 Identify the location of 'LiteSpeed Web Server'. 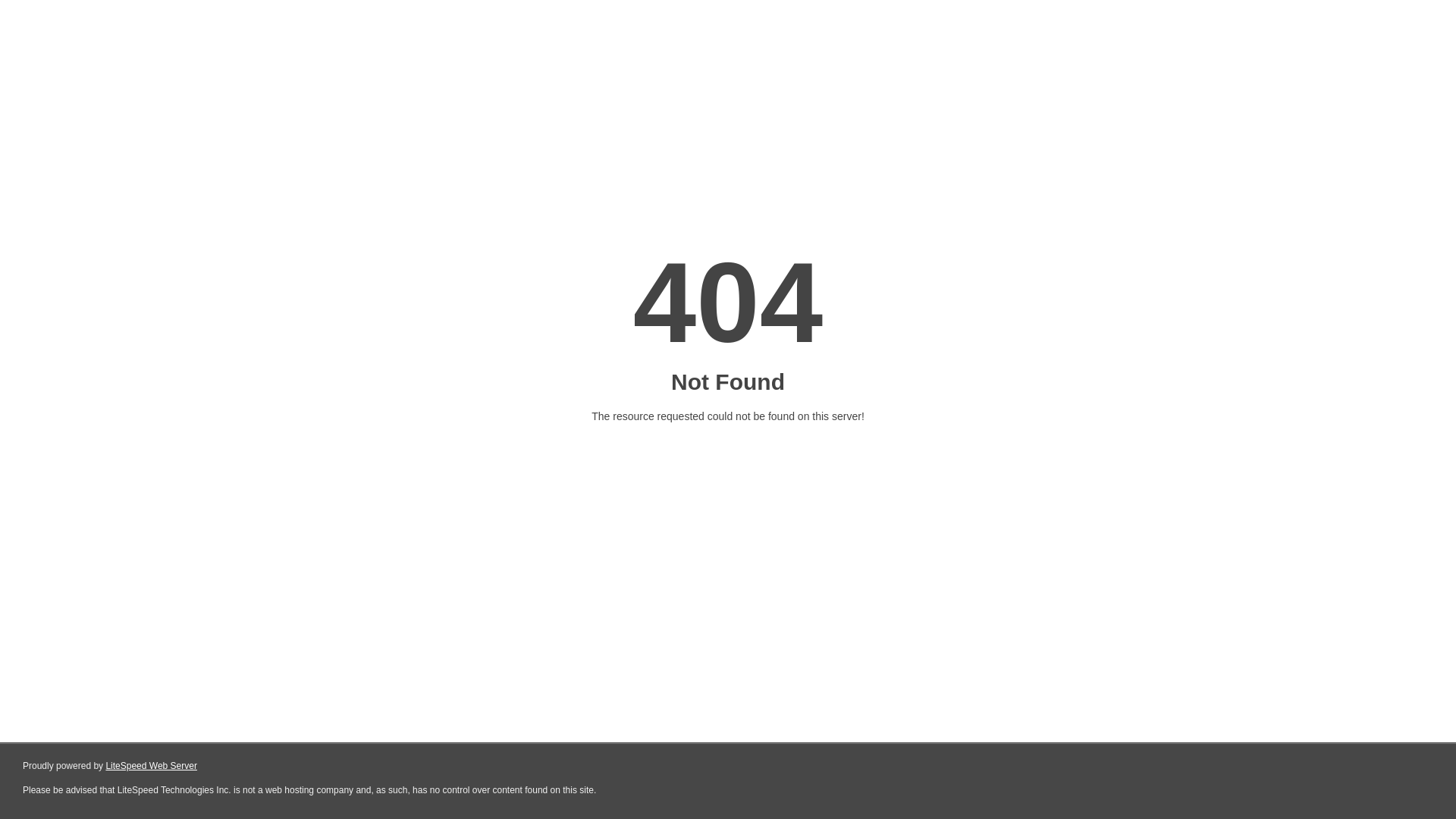
(151, 766).